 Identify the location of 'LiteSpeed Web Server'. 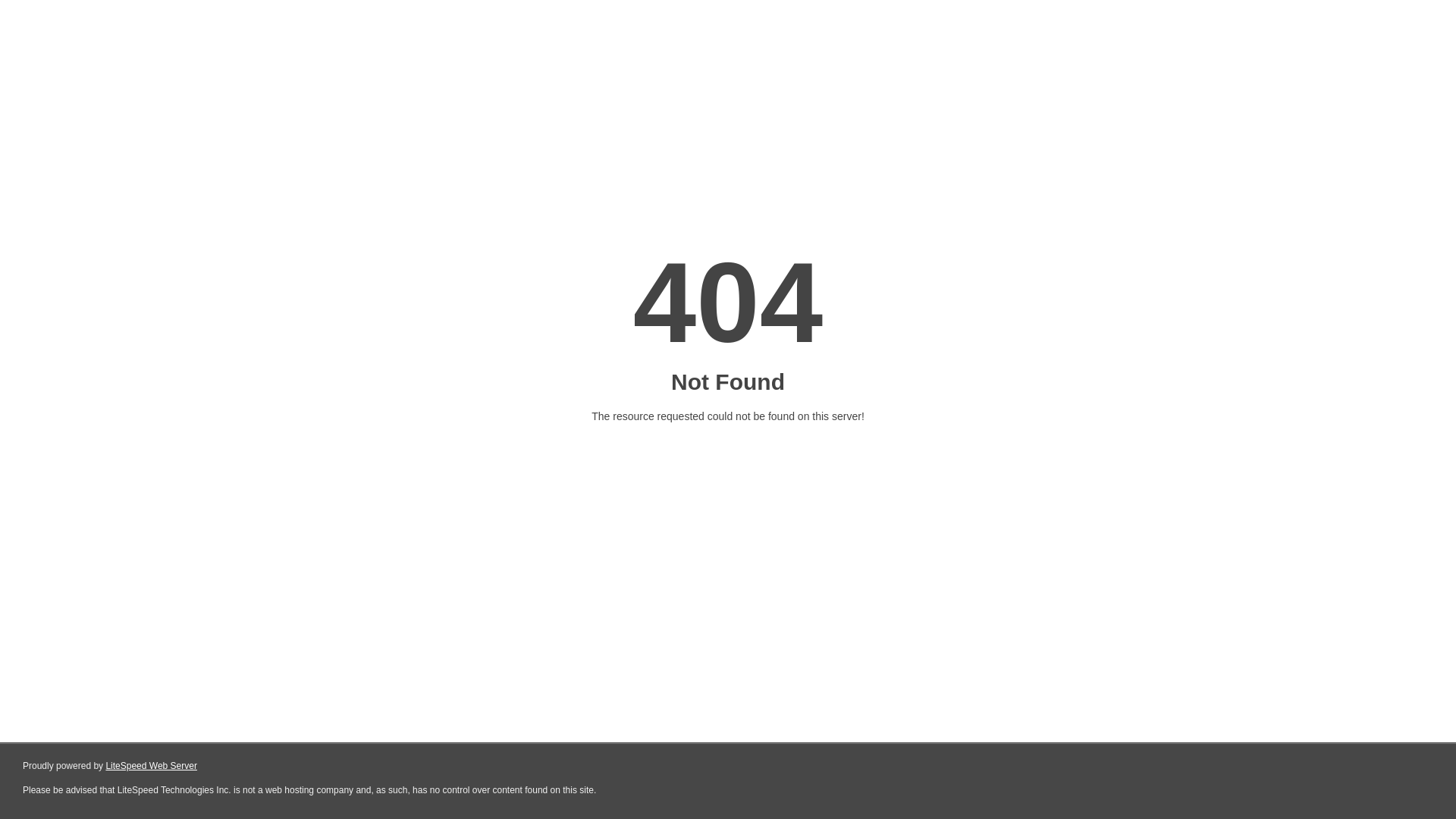
(151, 766).